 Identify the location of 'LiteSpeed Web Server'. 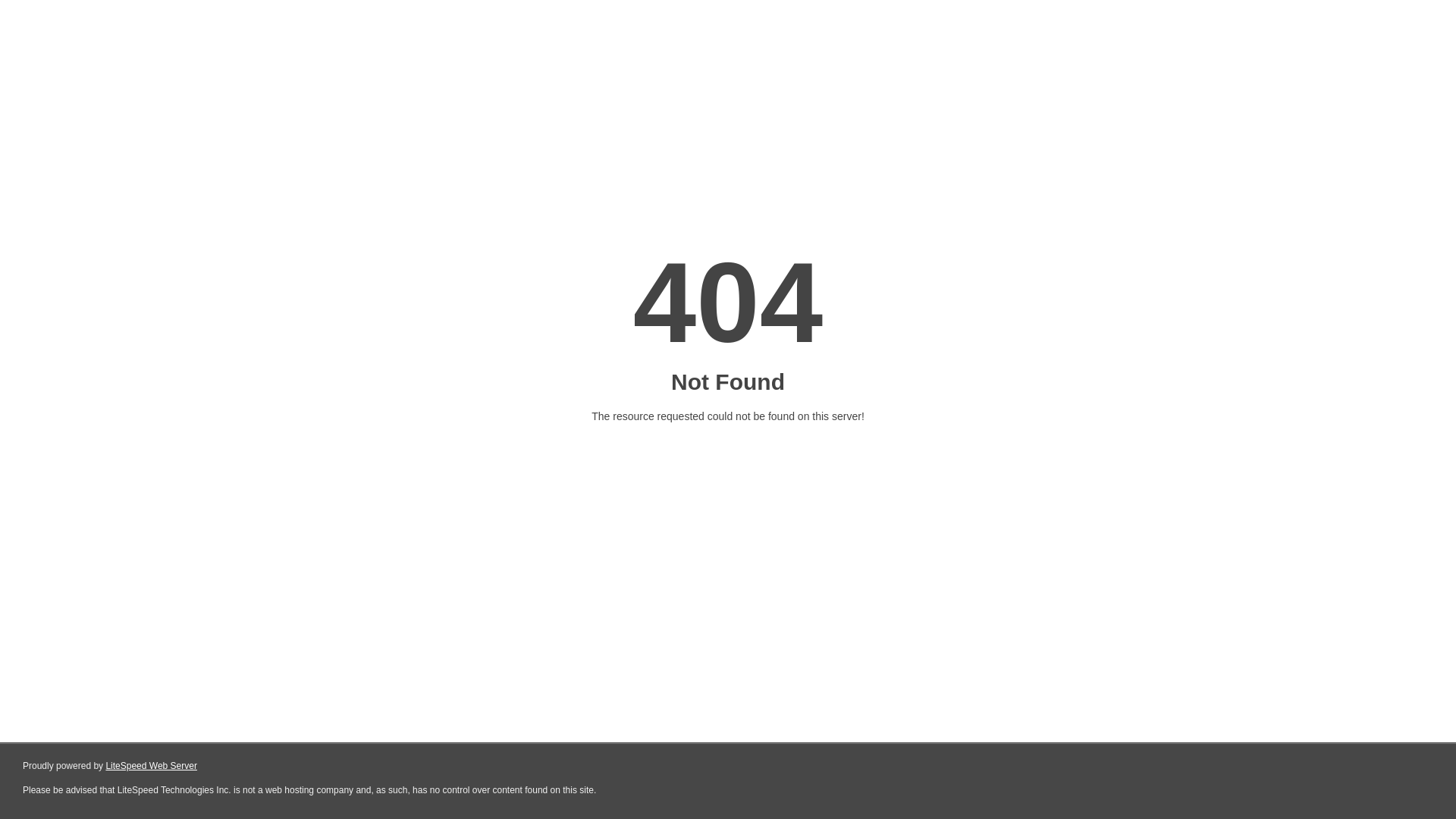
(151, 766).